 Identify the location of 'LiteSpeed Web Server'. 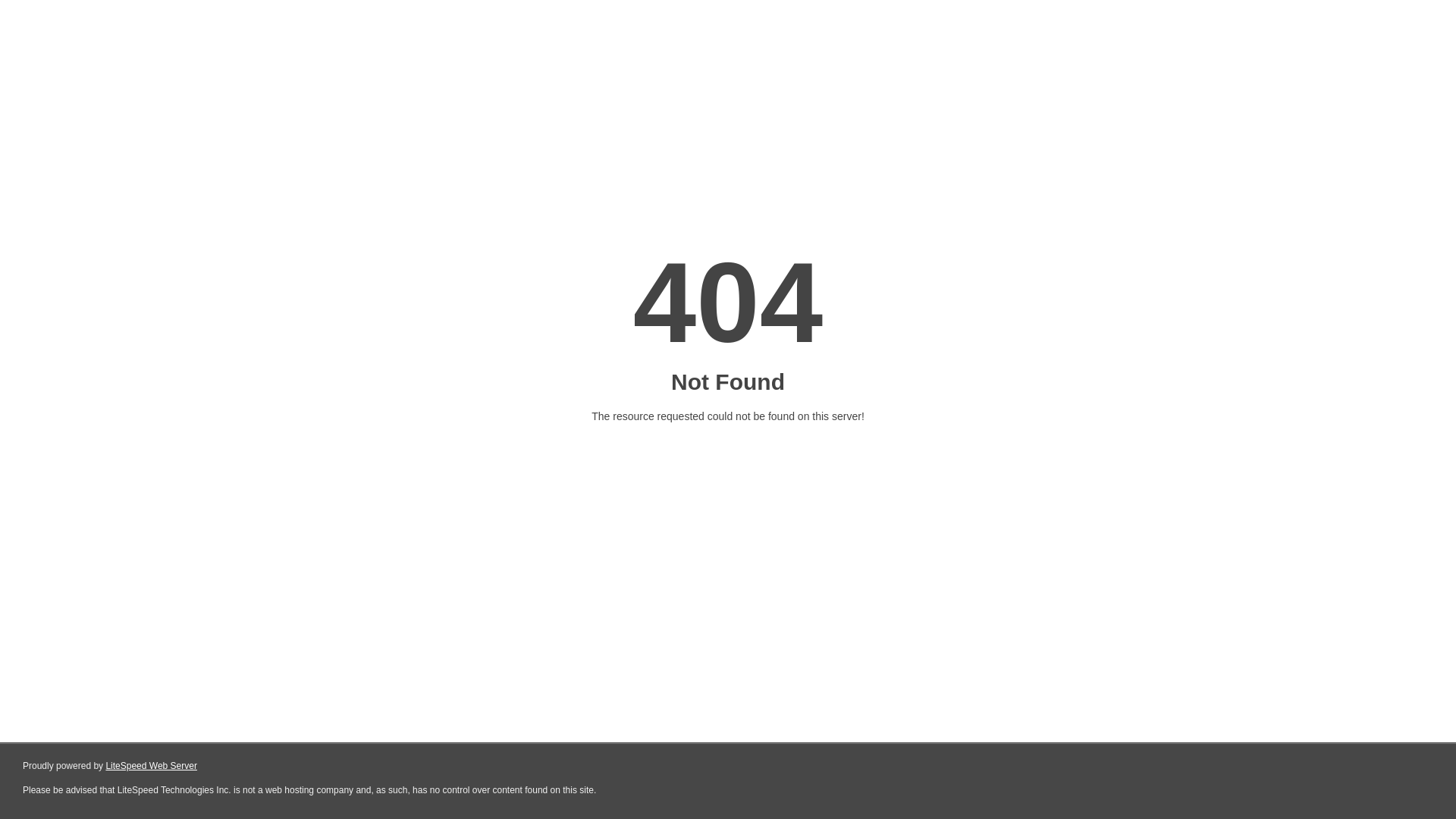
(151, 766).